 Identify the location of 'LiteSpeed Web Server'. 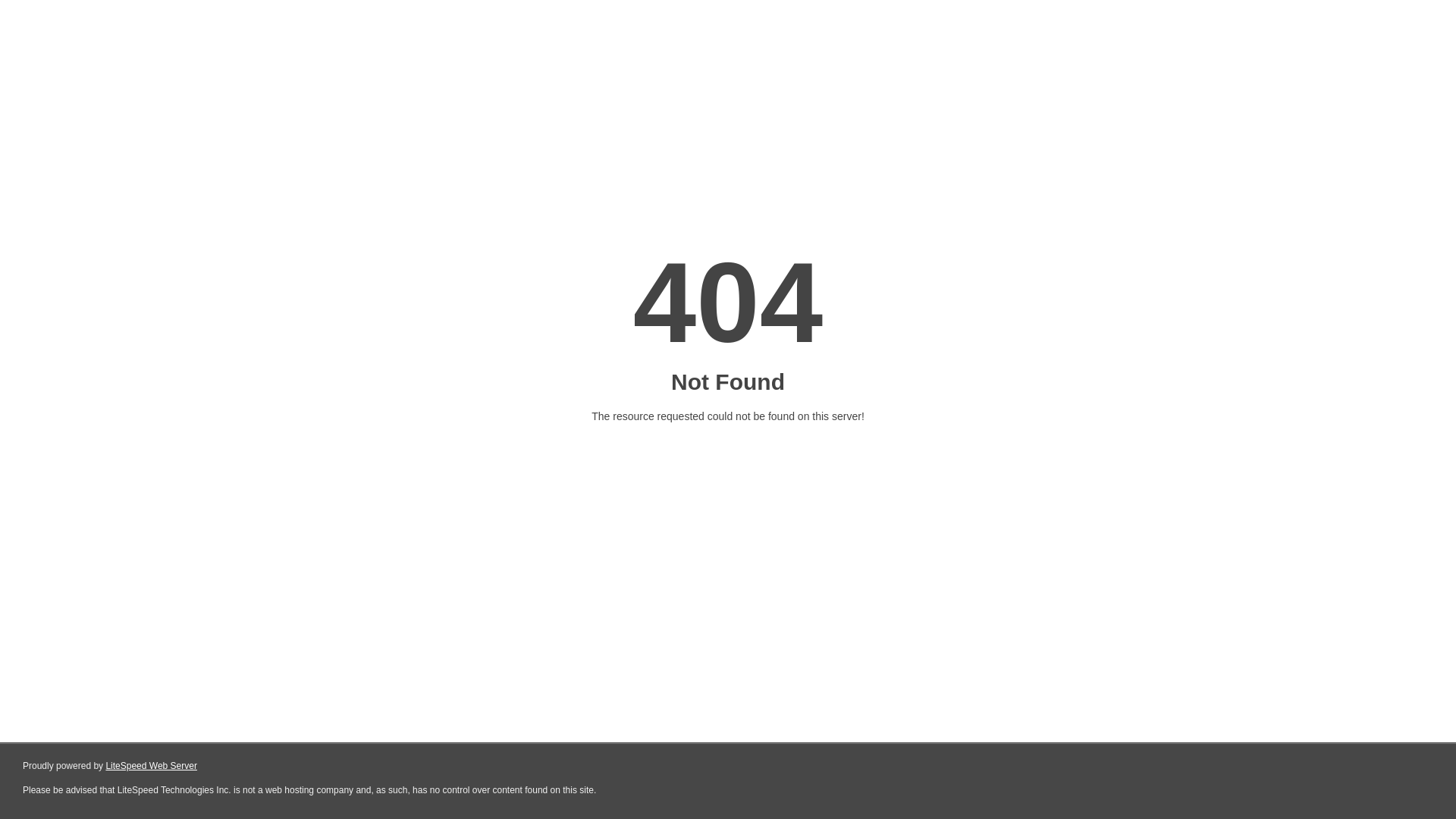
(151, 766).